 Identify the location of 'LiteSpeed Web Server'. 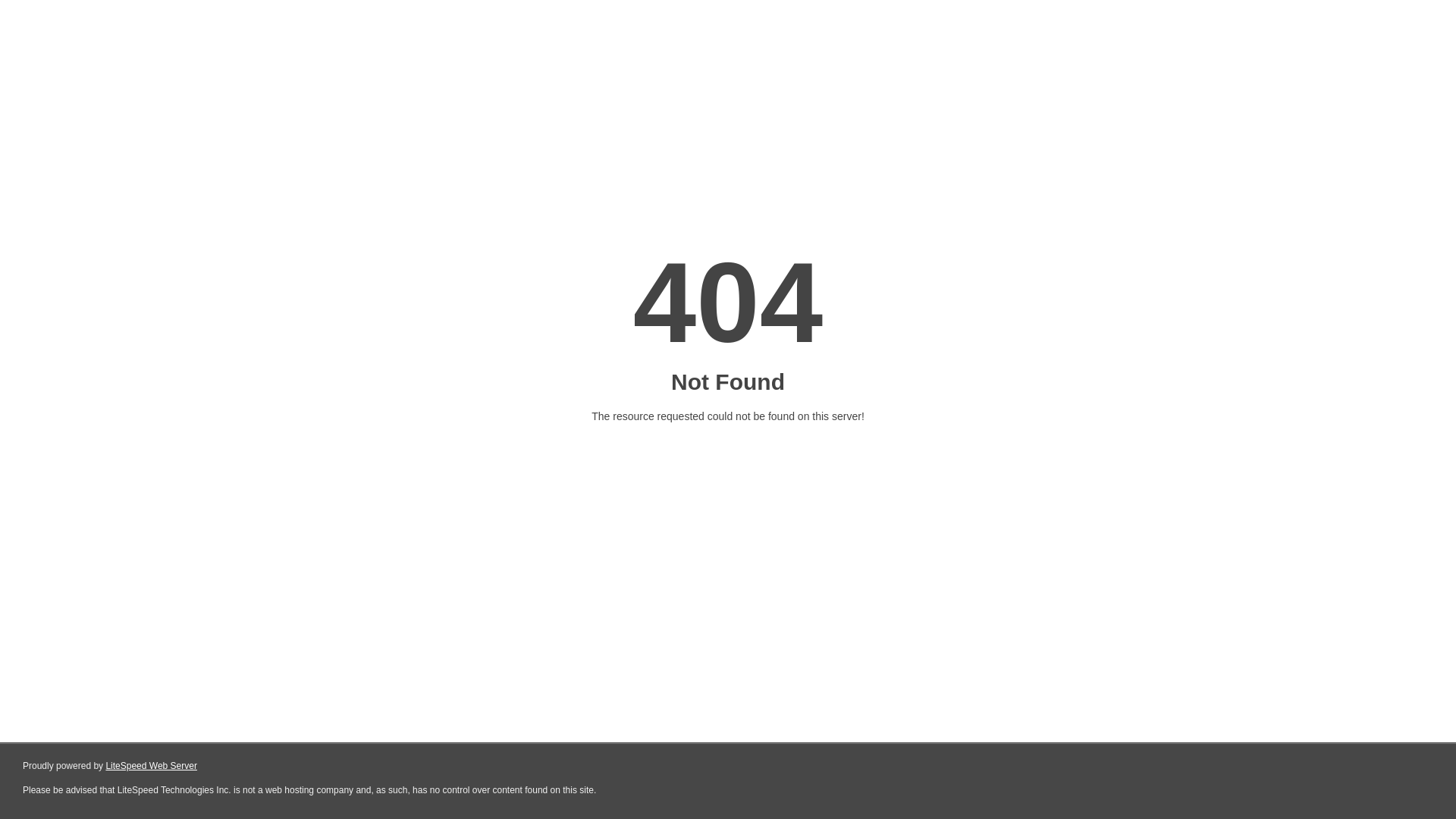
(151, 766).